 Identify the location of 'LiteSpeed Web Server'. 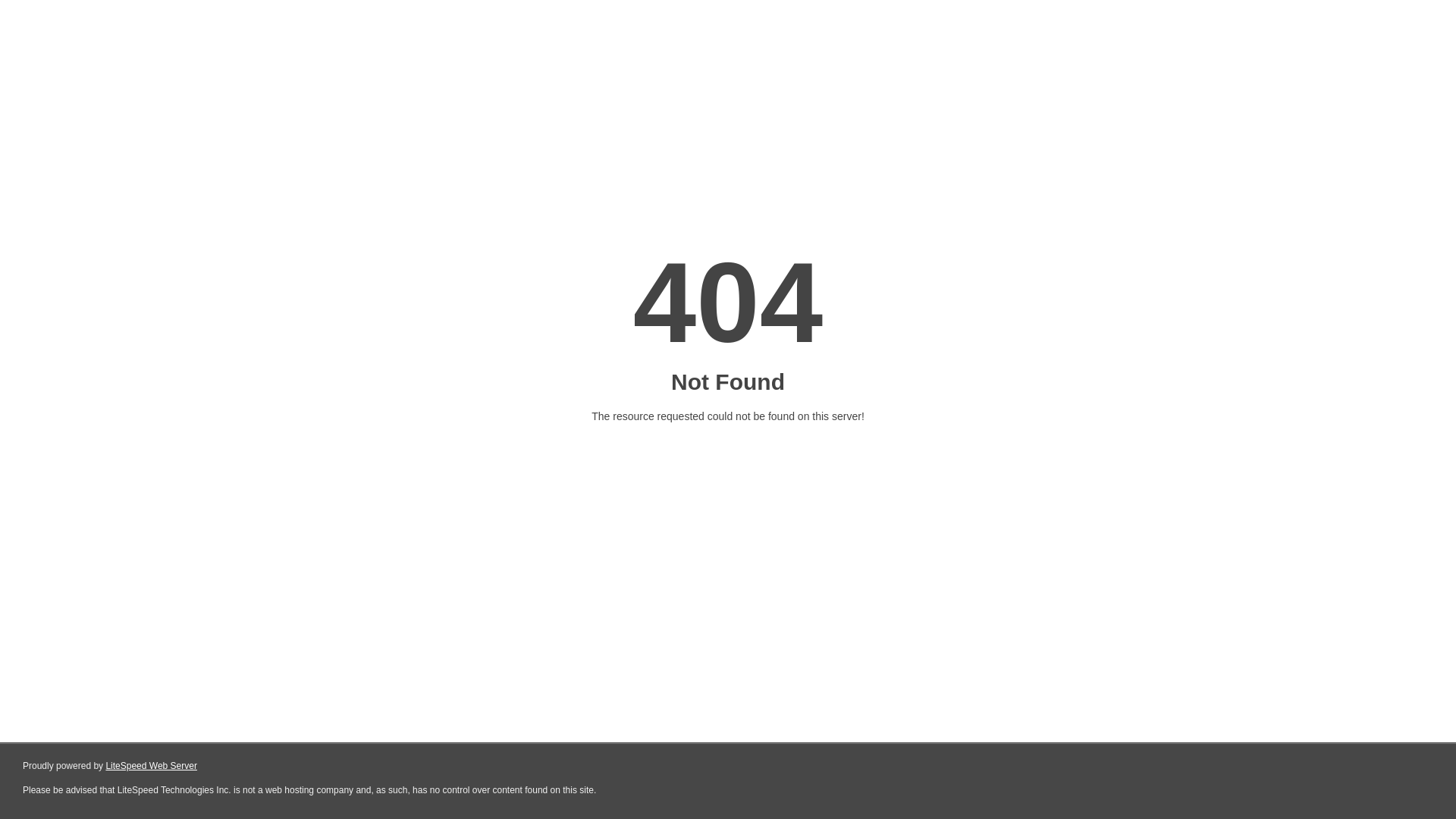
(151, 766).